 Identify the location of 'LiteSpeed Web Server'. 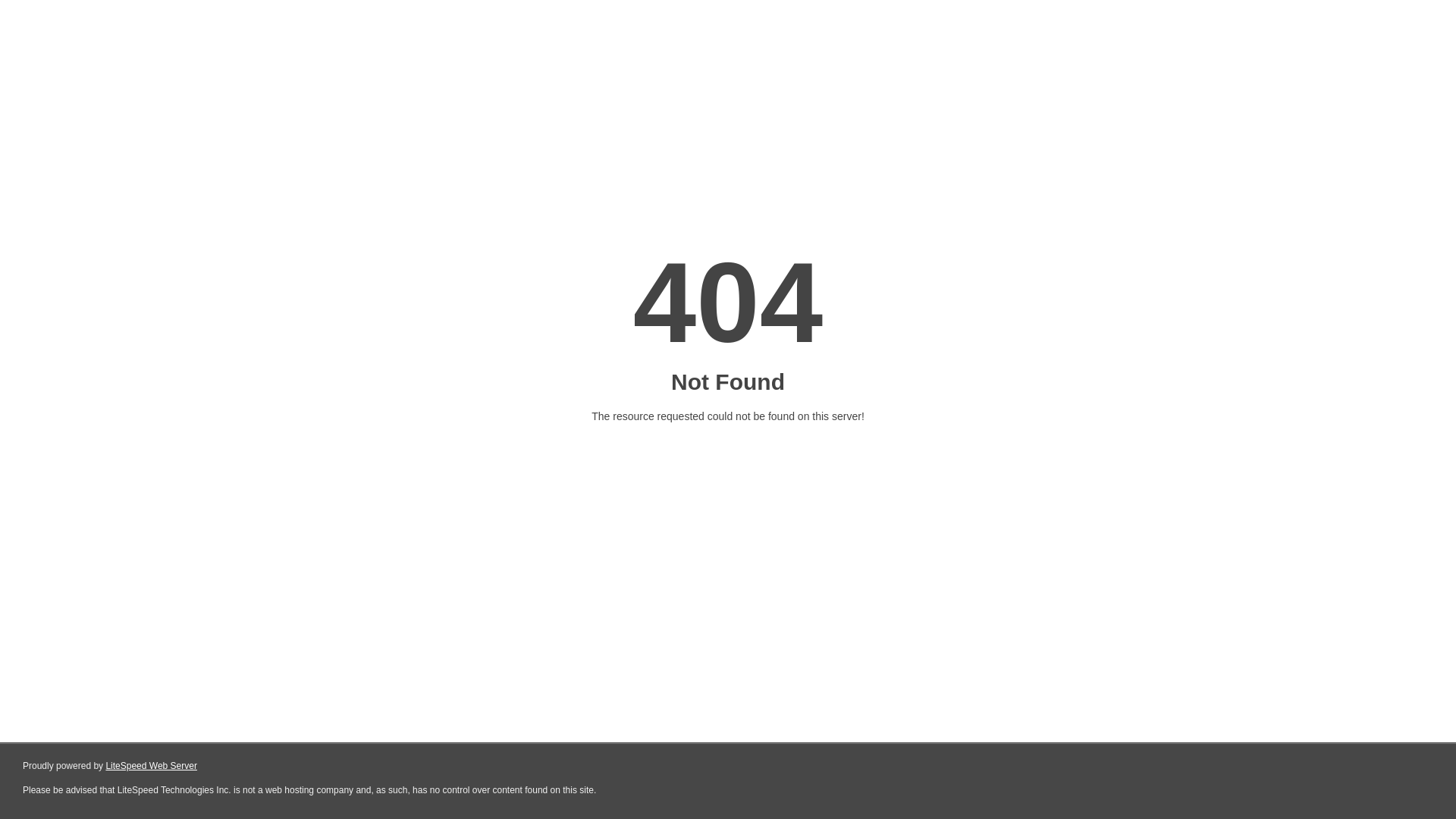
(151, 766).